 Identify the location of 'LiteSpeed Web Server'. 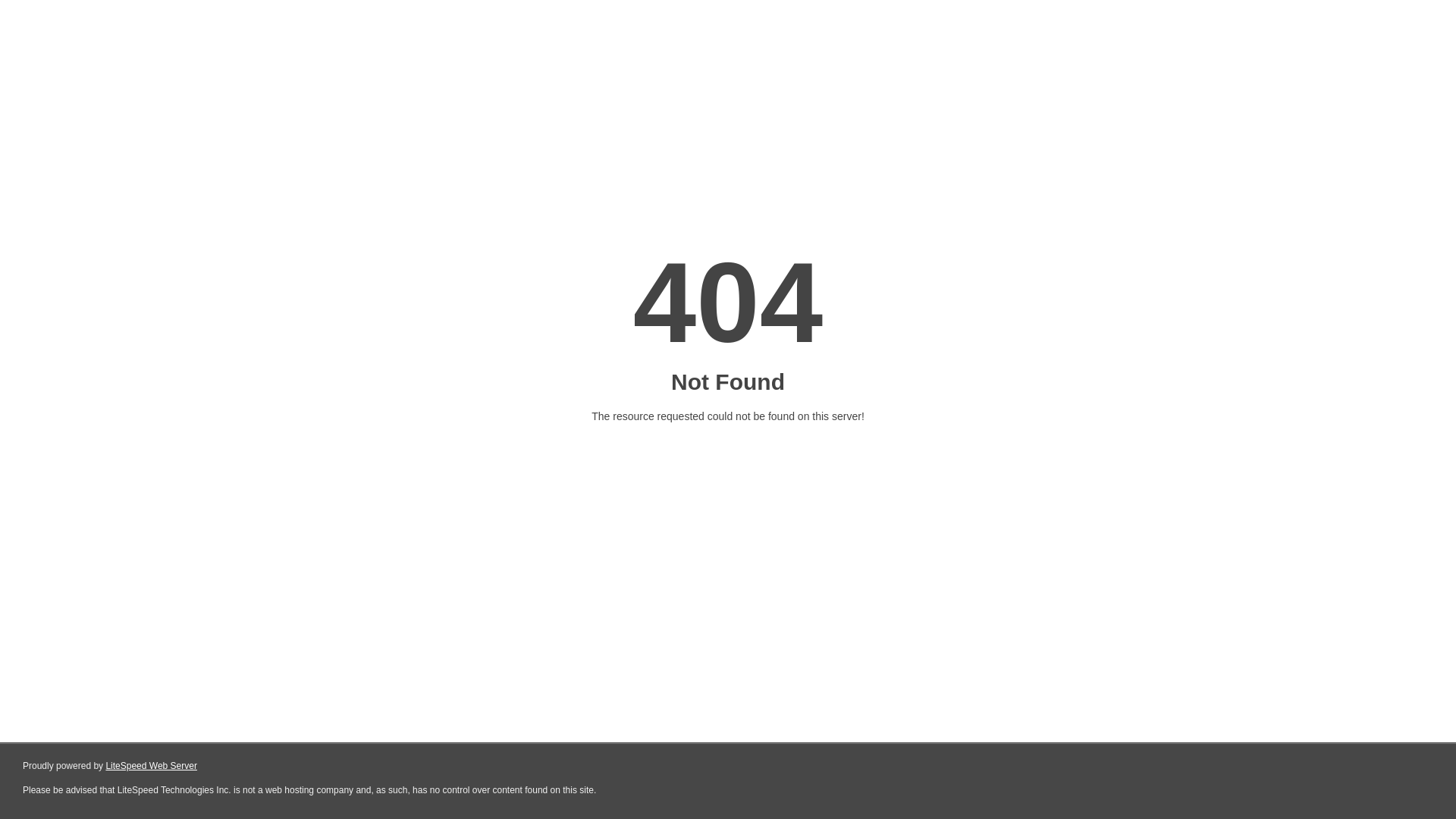
(151, 766).